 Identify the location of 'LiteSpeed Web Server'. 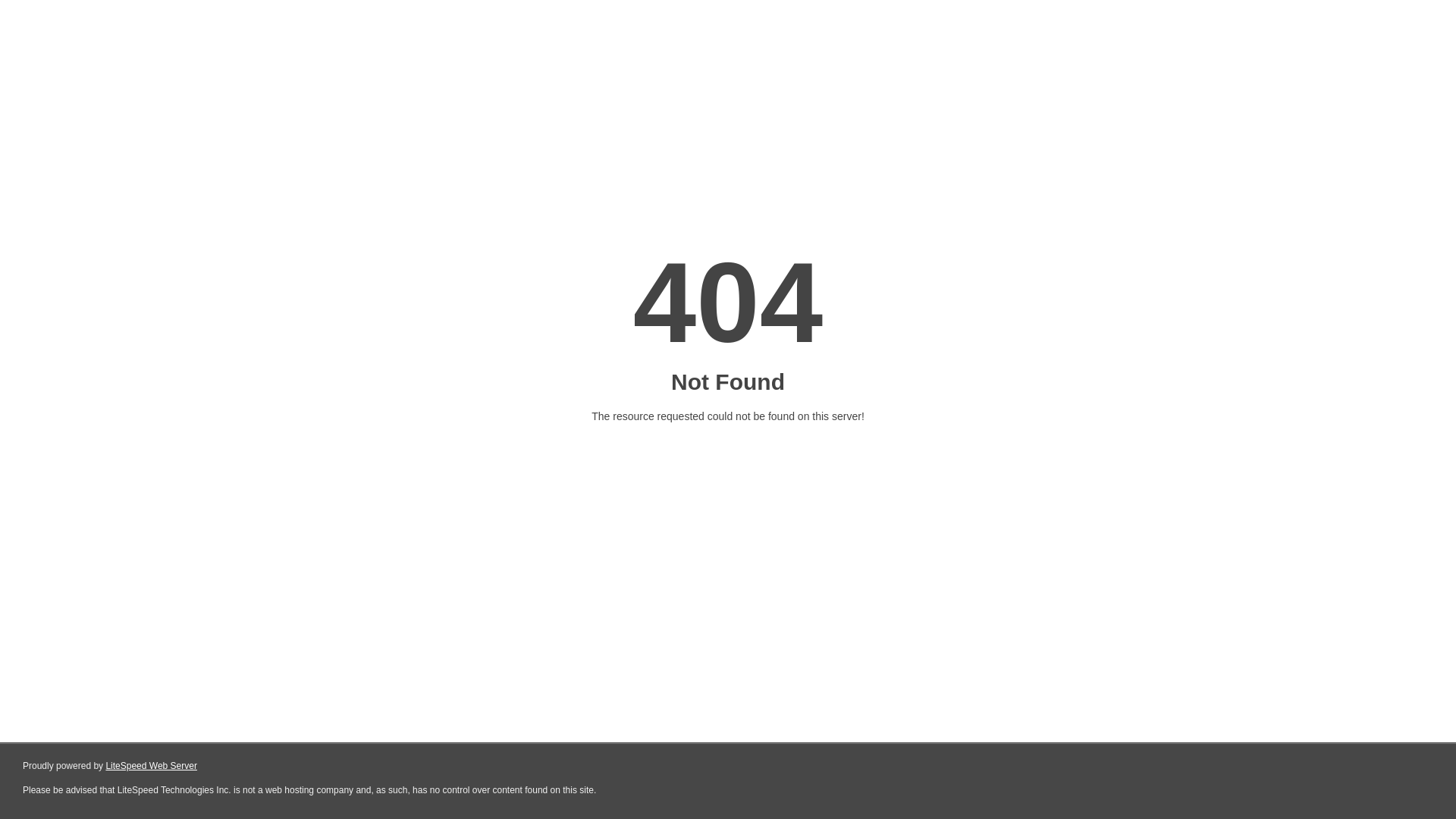
(151, 766).